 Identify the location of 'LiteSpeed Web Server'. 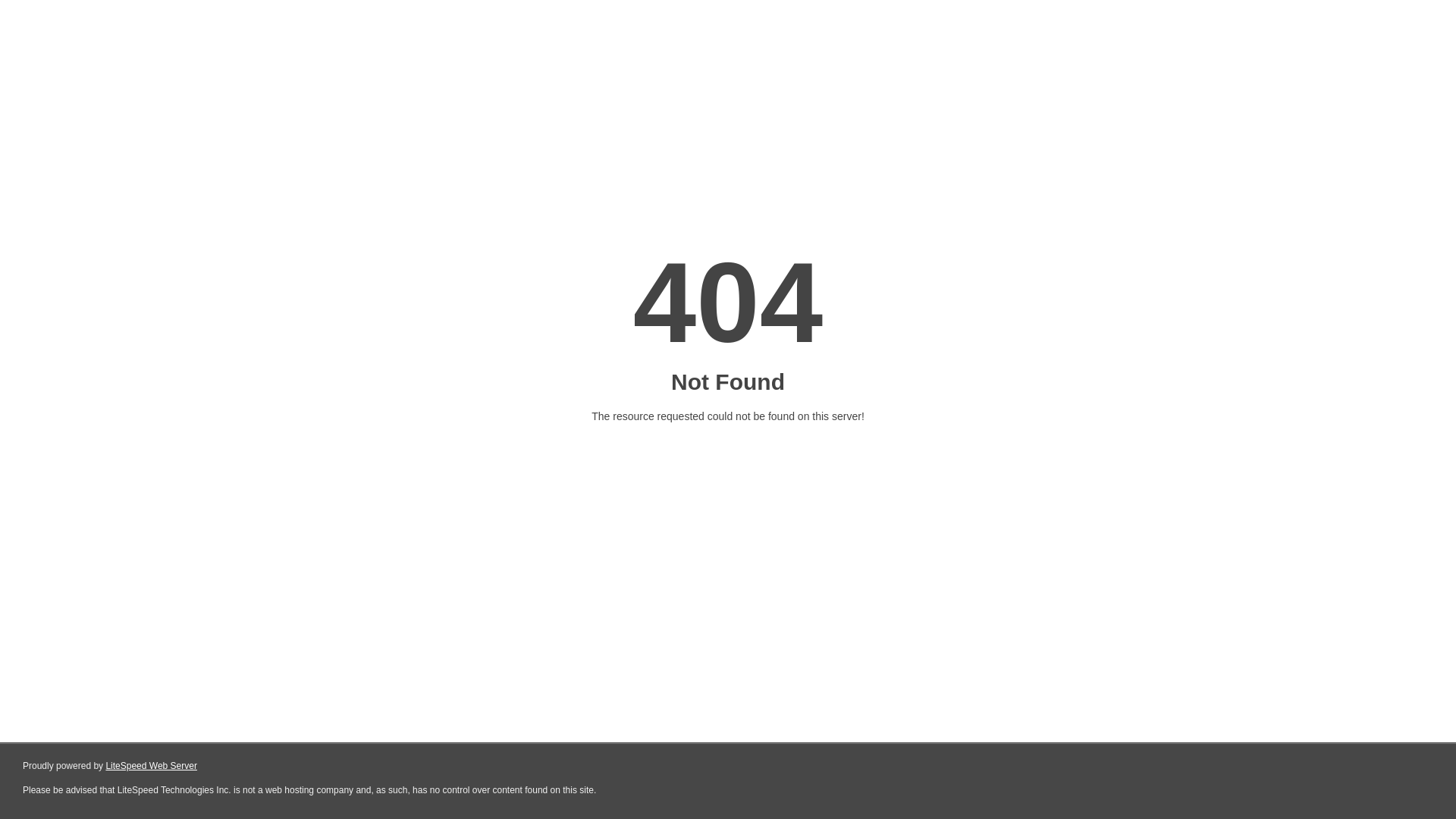
(151, 766).